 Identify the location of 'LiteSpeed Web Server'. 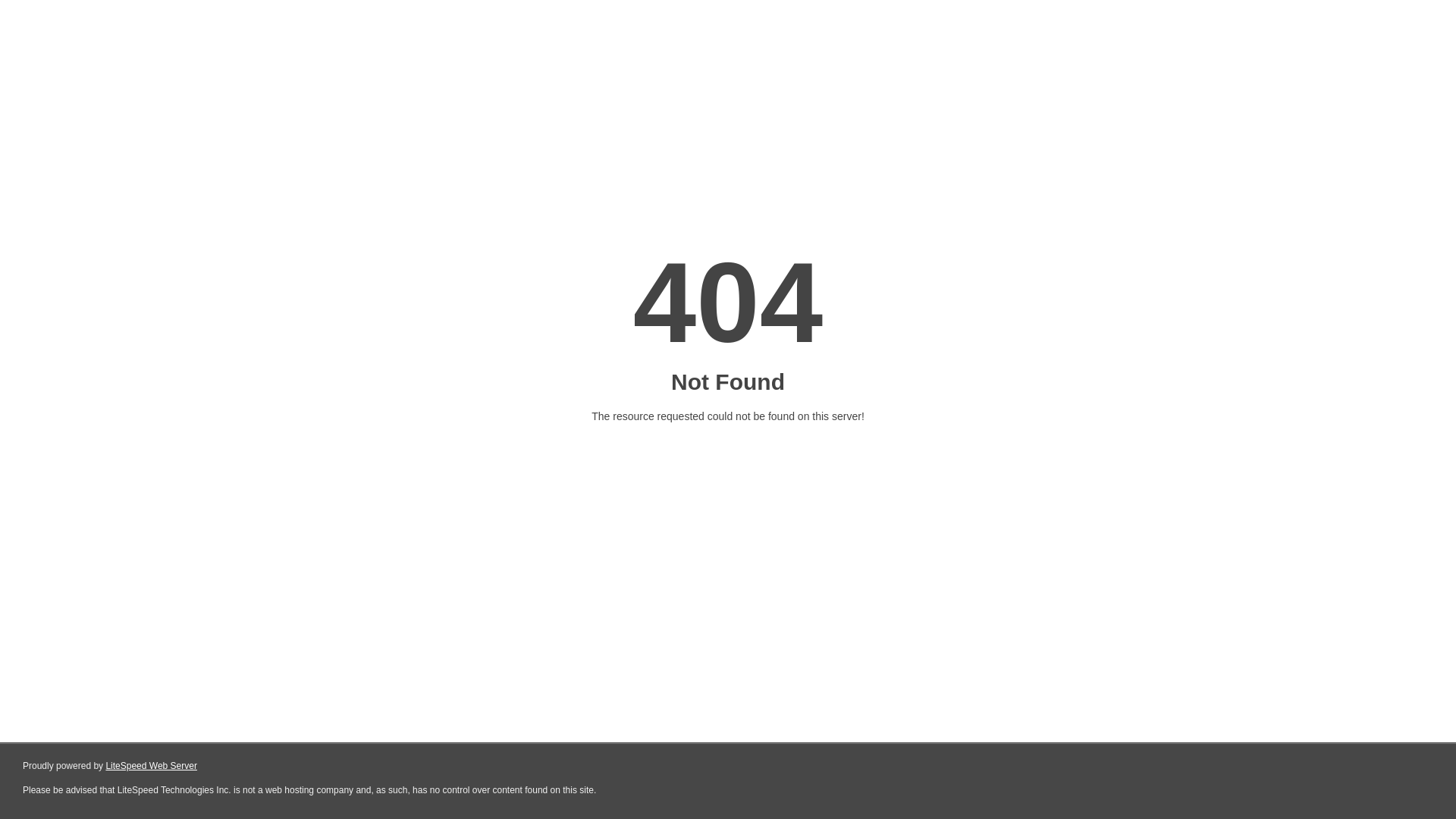
(151, 766).